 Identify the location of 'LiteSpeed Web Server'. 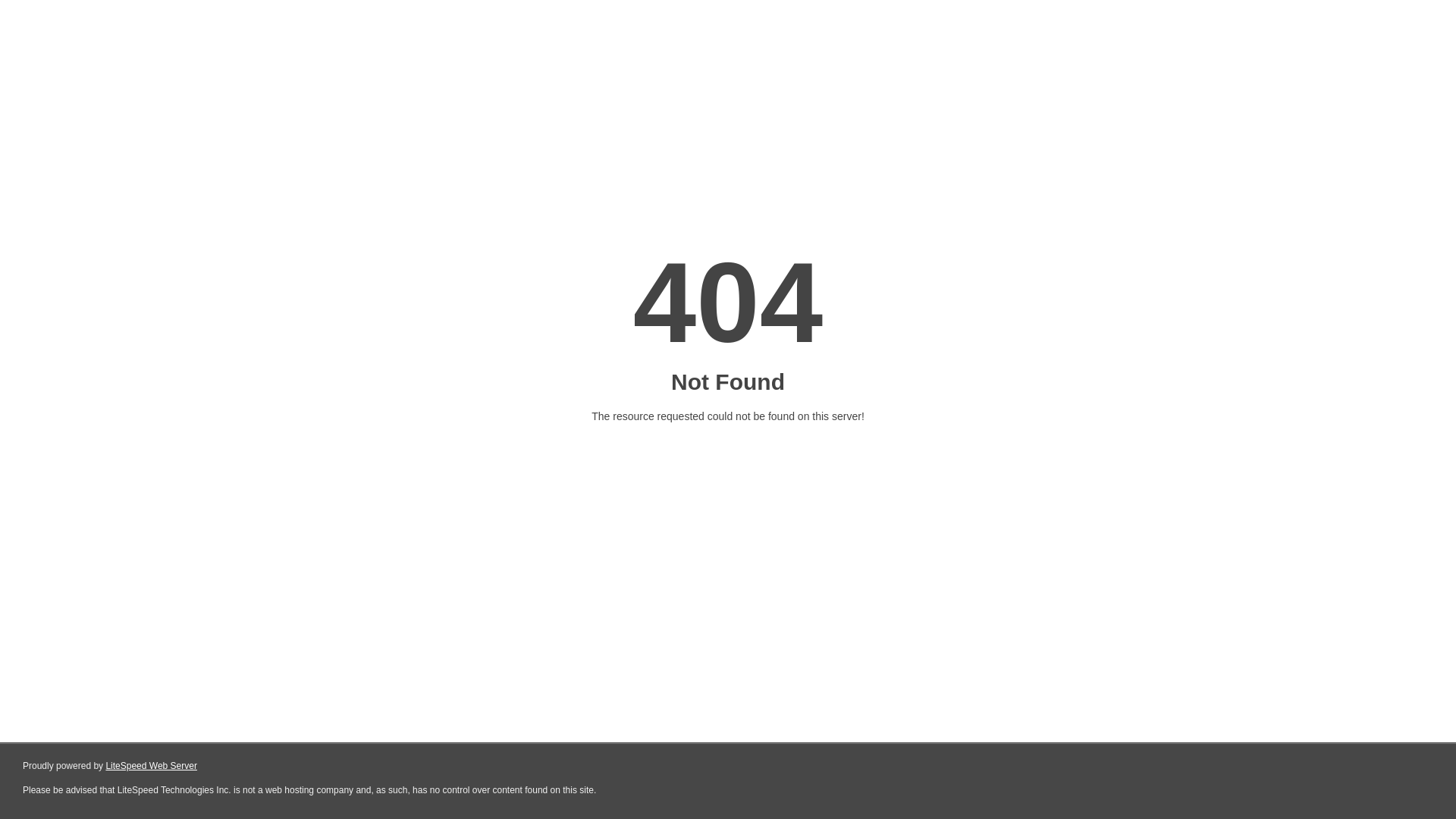
(151, 766).